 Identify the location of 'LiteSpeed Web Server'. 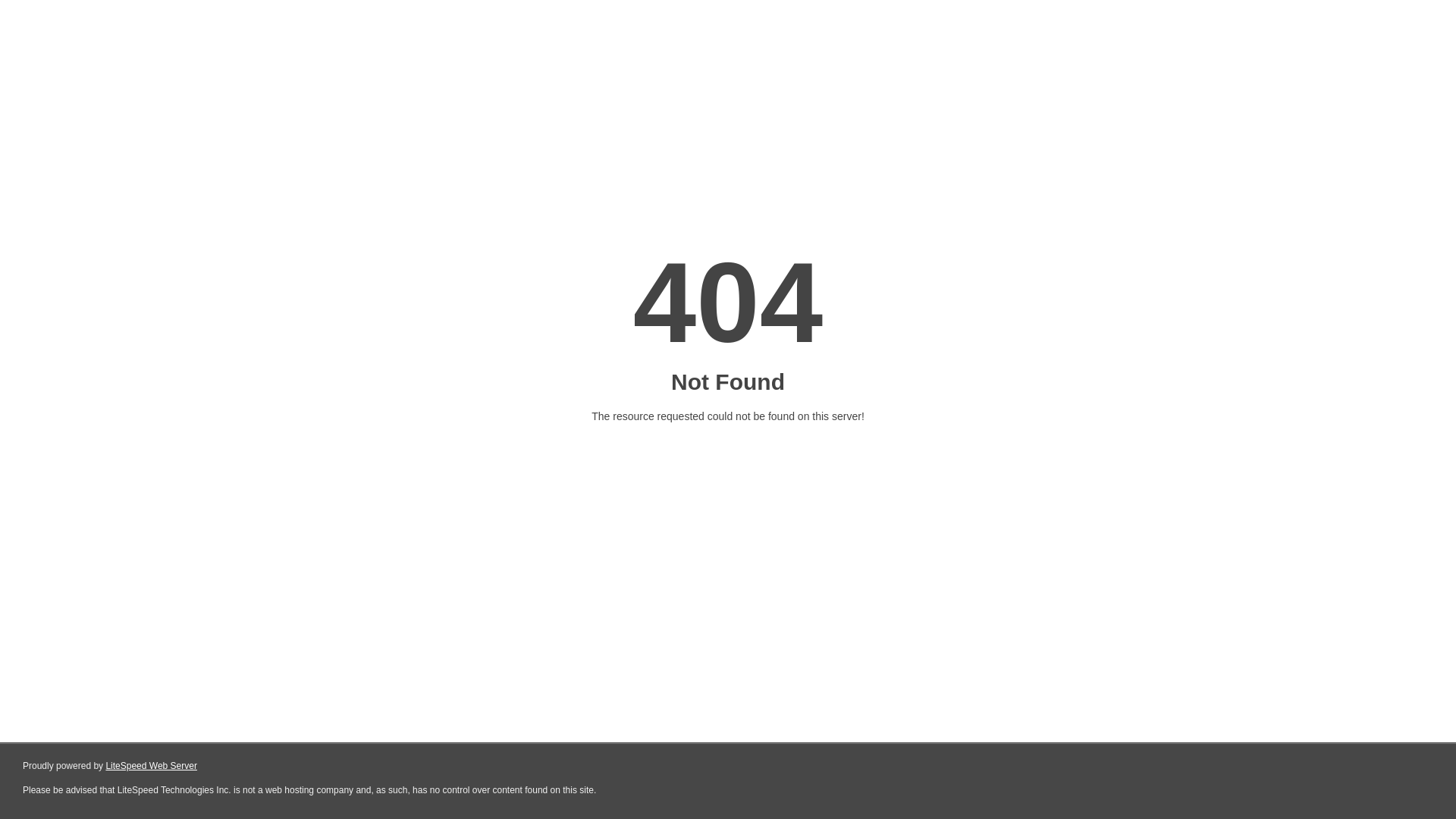
(151, 766).